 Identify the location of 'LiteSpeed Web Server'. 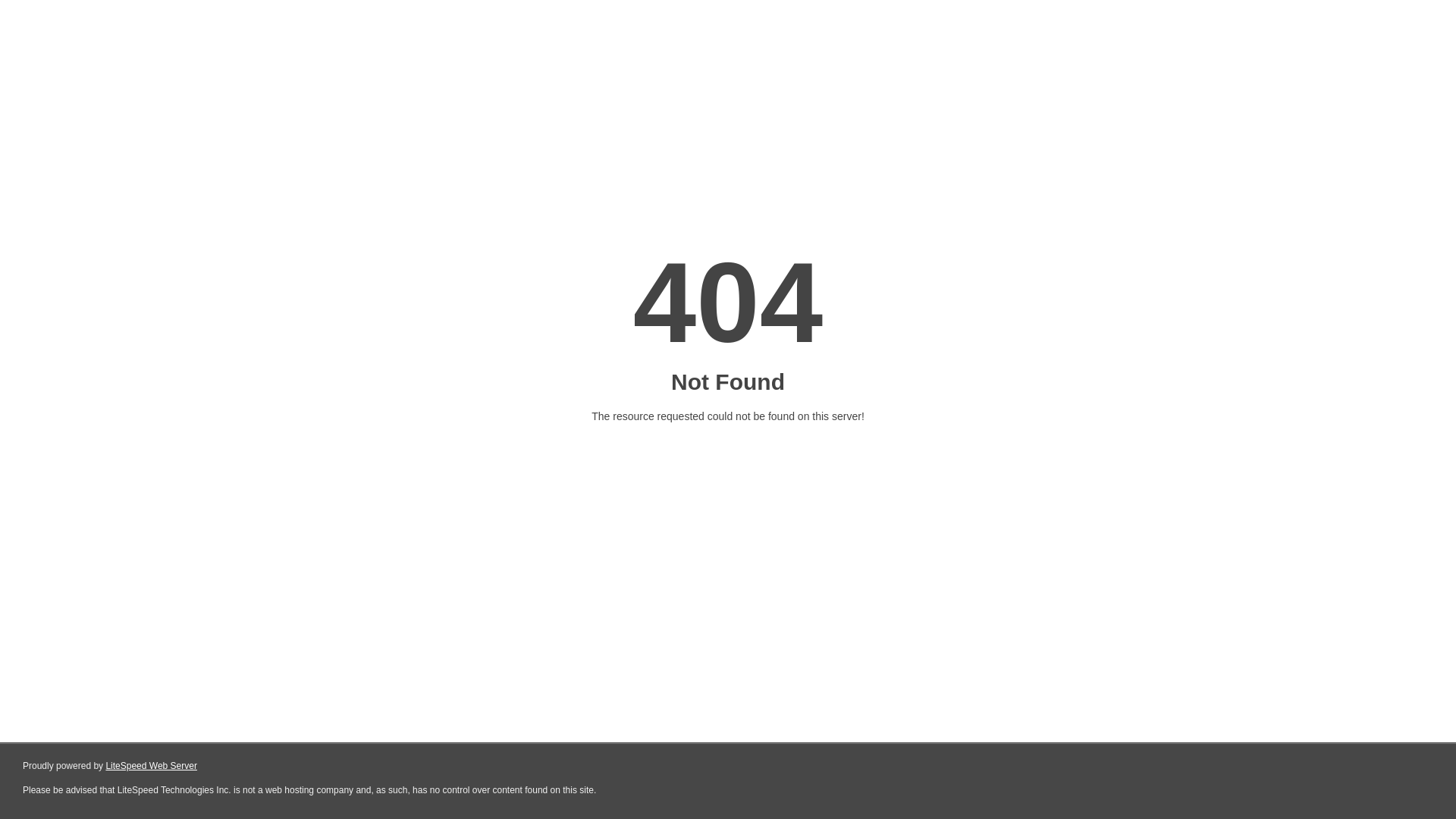
(151, 766).